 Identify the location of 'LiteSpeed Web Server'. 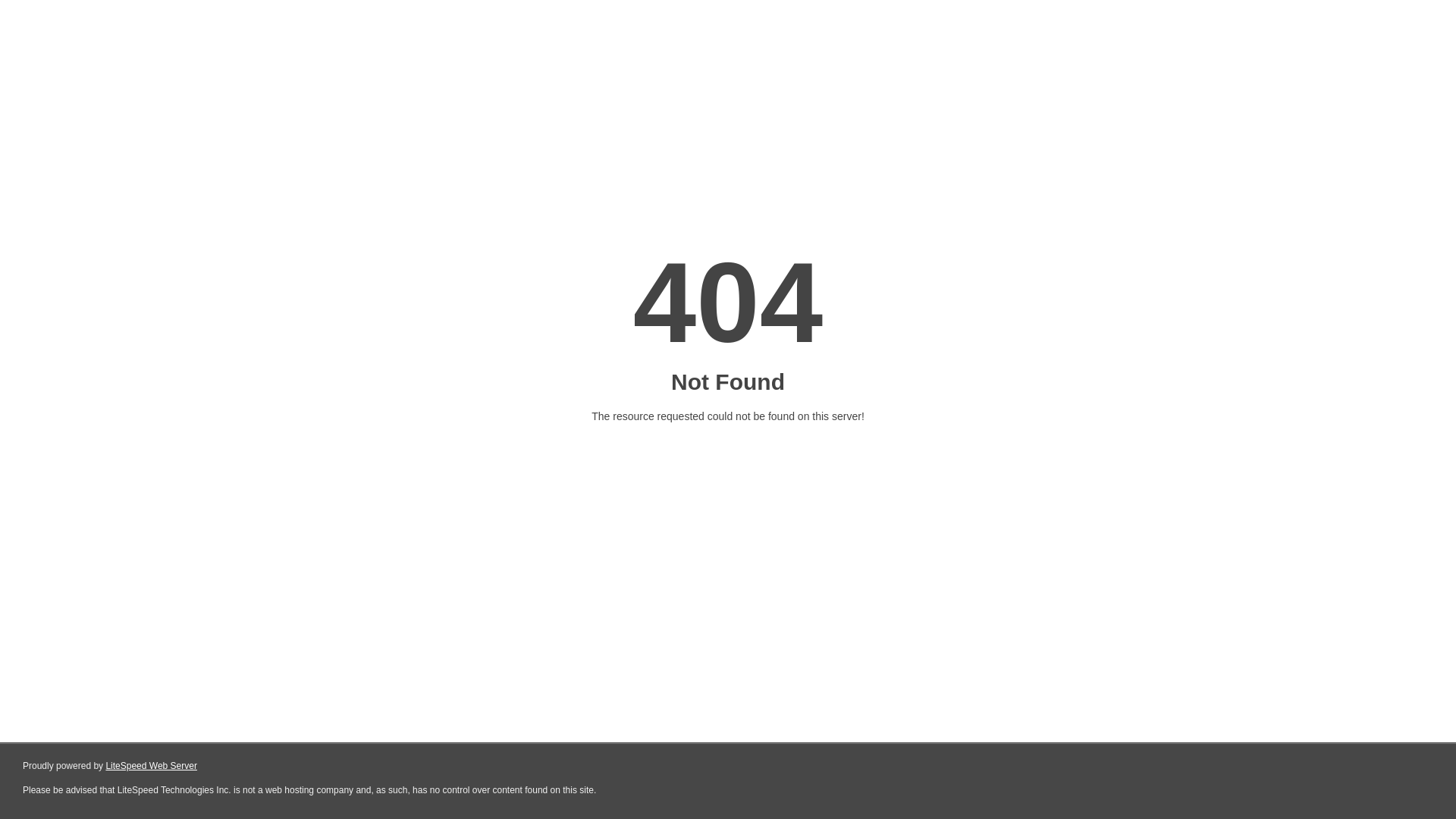
(151, 766).